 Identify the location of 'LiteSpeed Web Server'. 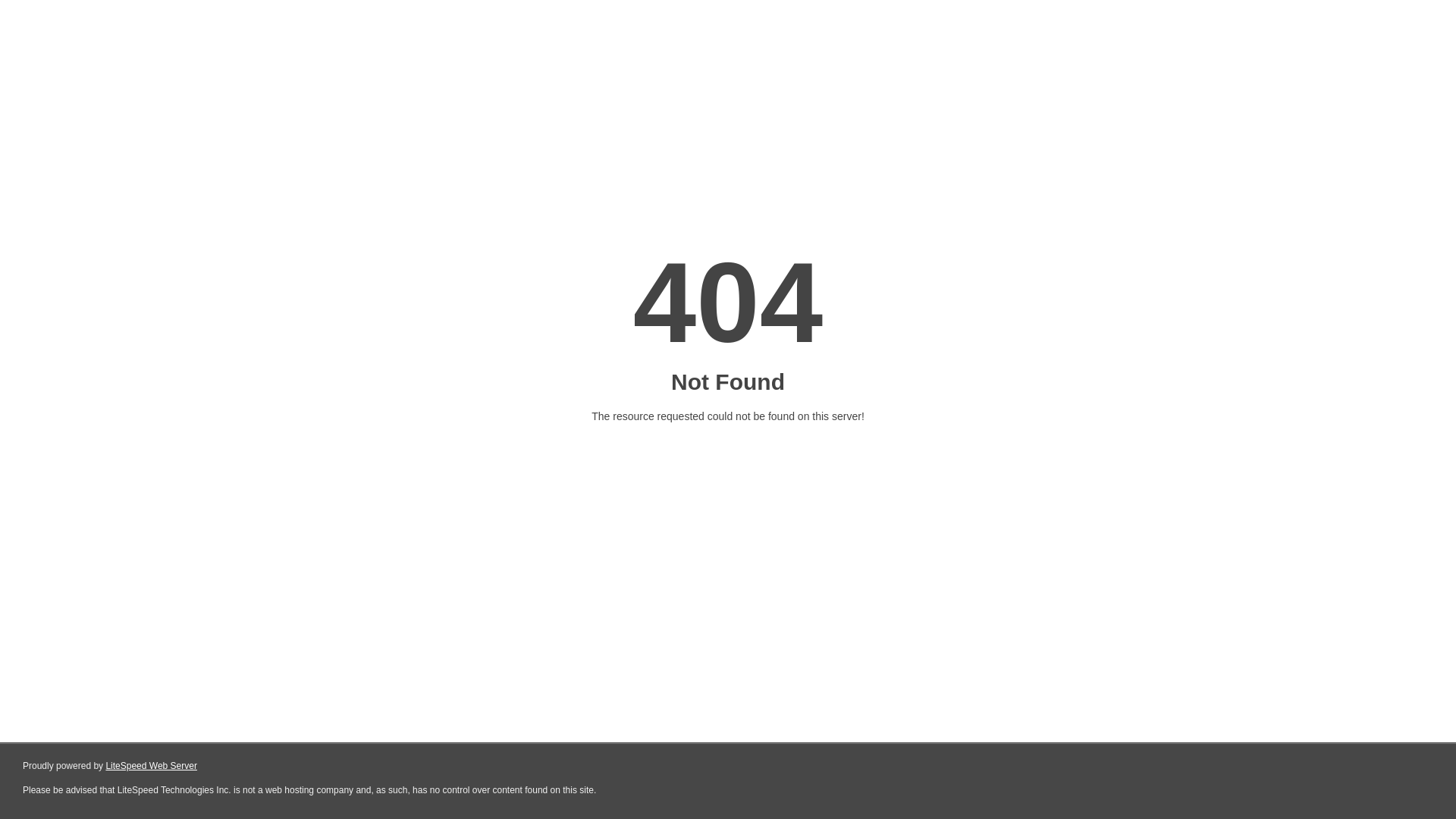
(151, 766).